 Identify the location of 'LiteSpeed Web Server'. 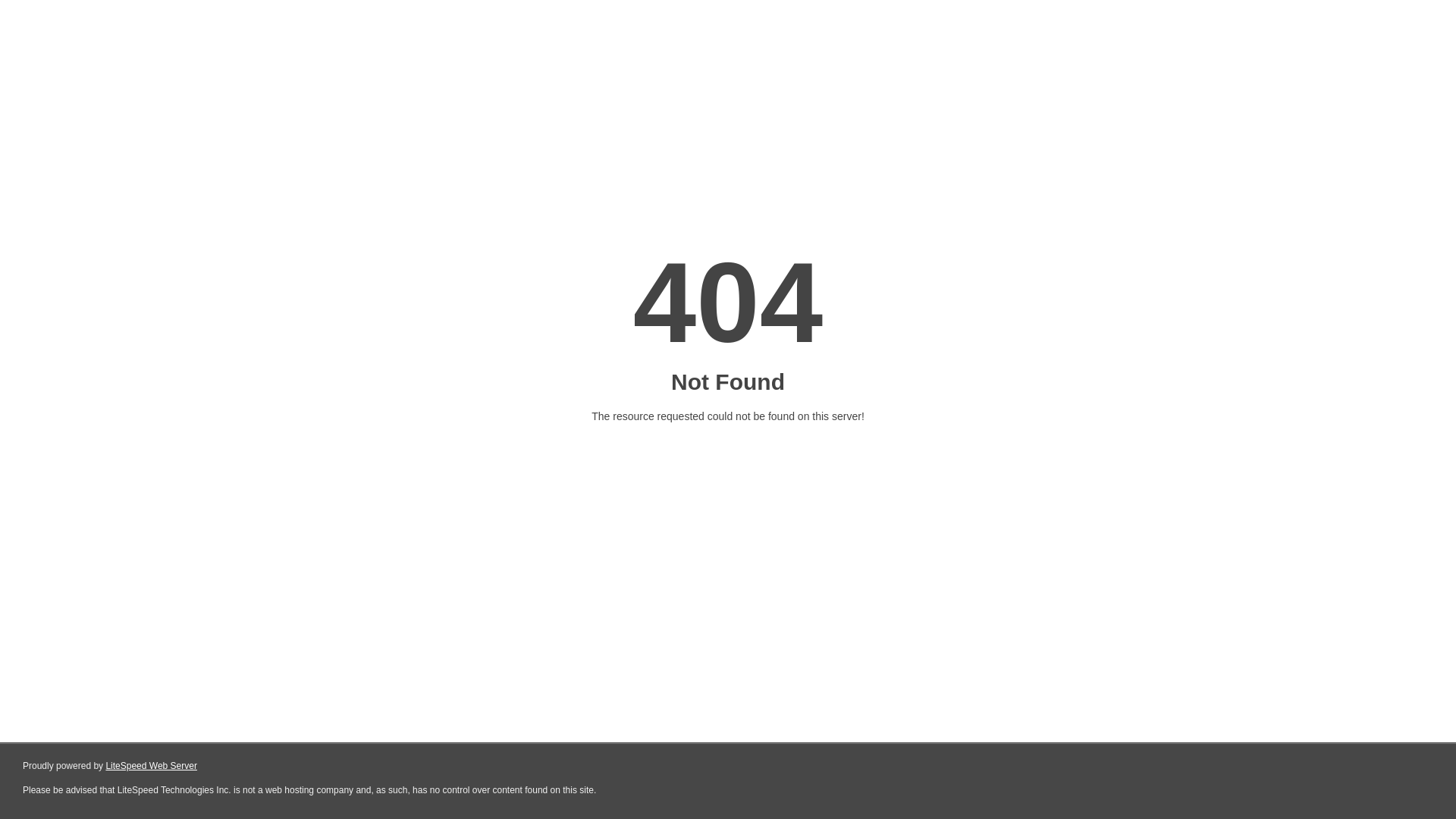
(151, 766).